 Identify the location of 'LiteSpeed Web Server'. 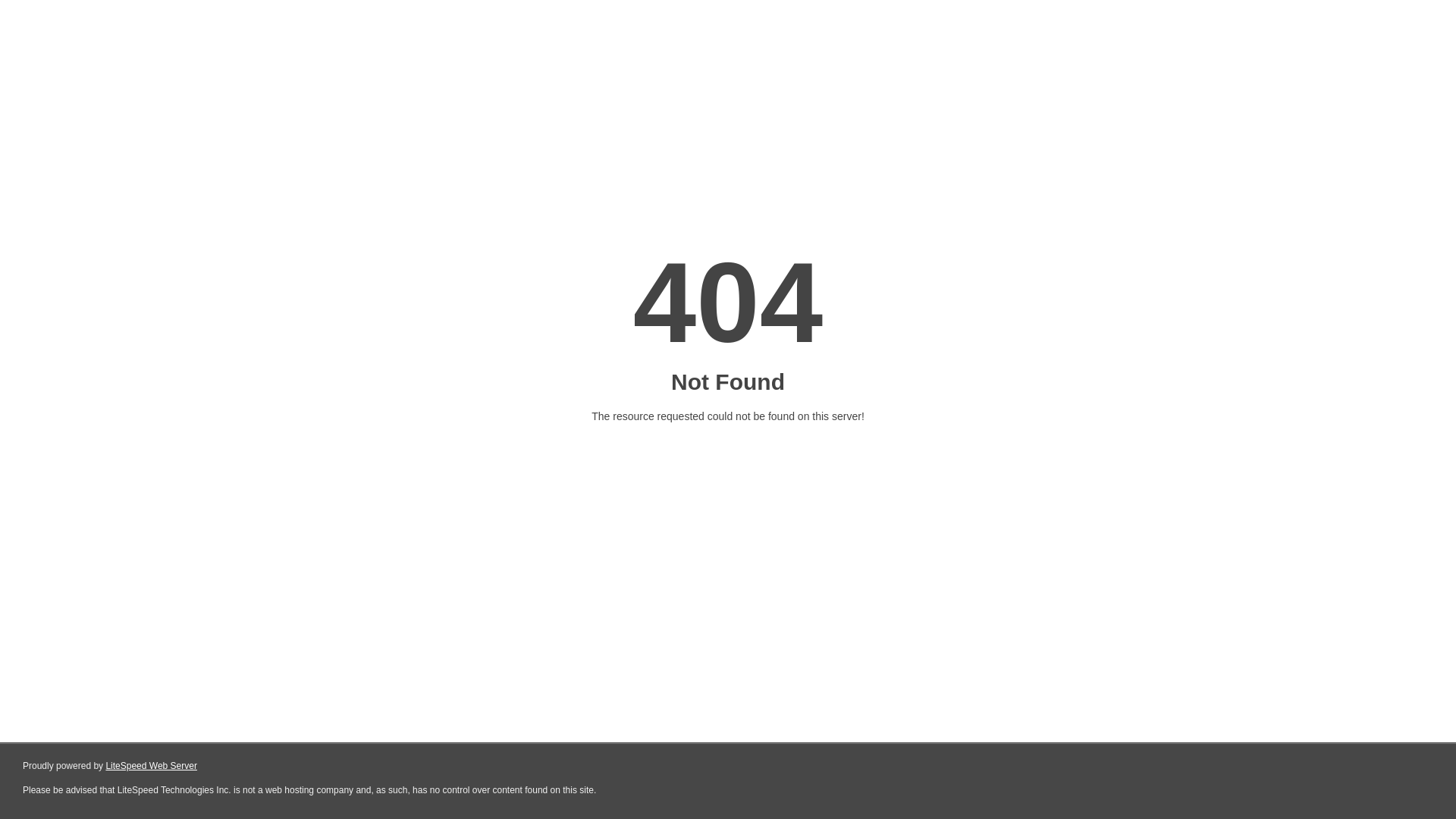
(151, 766).